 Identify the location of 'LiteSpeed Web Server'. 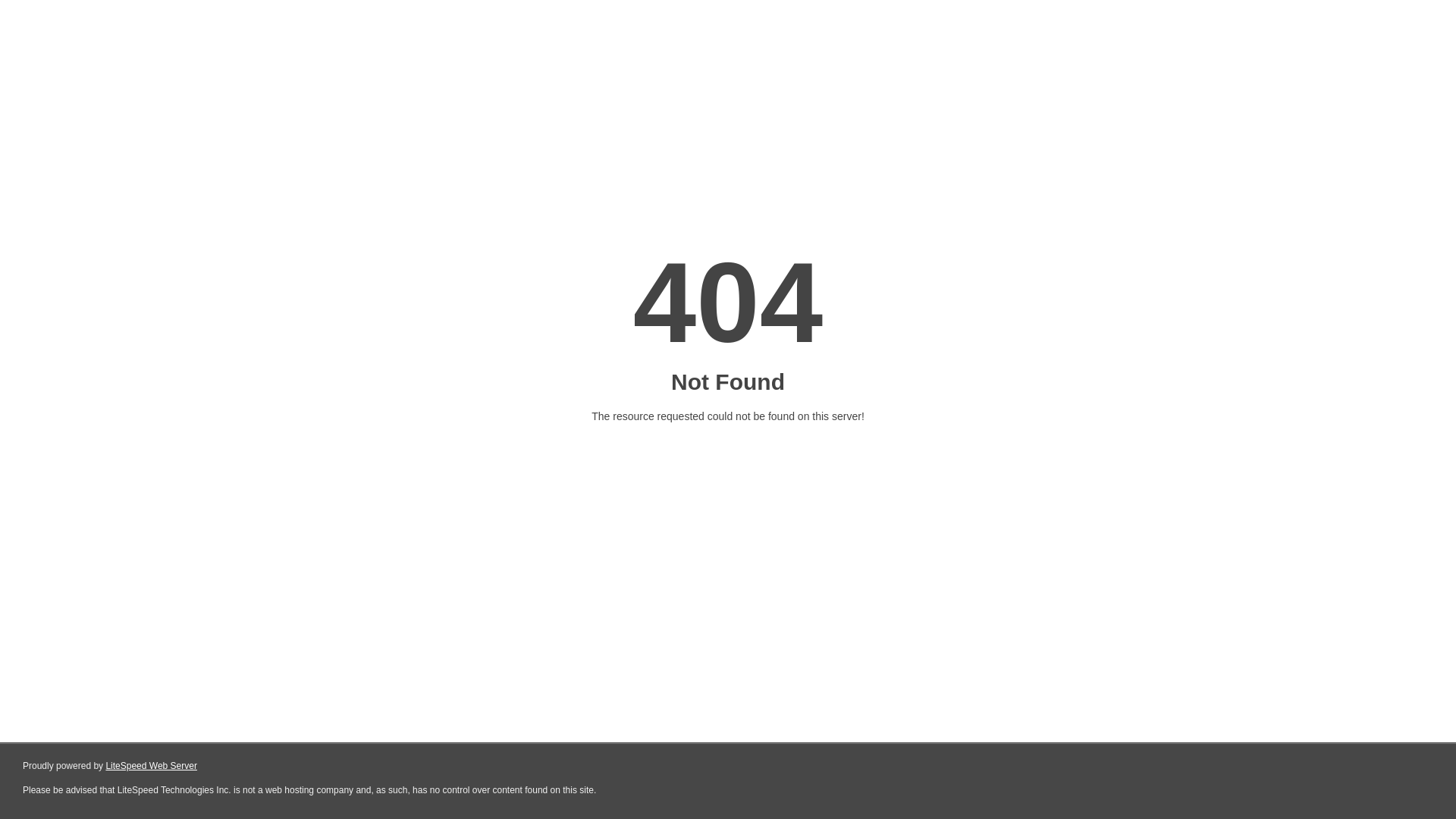
(151, 766).